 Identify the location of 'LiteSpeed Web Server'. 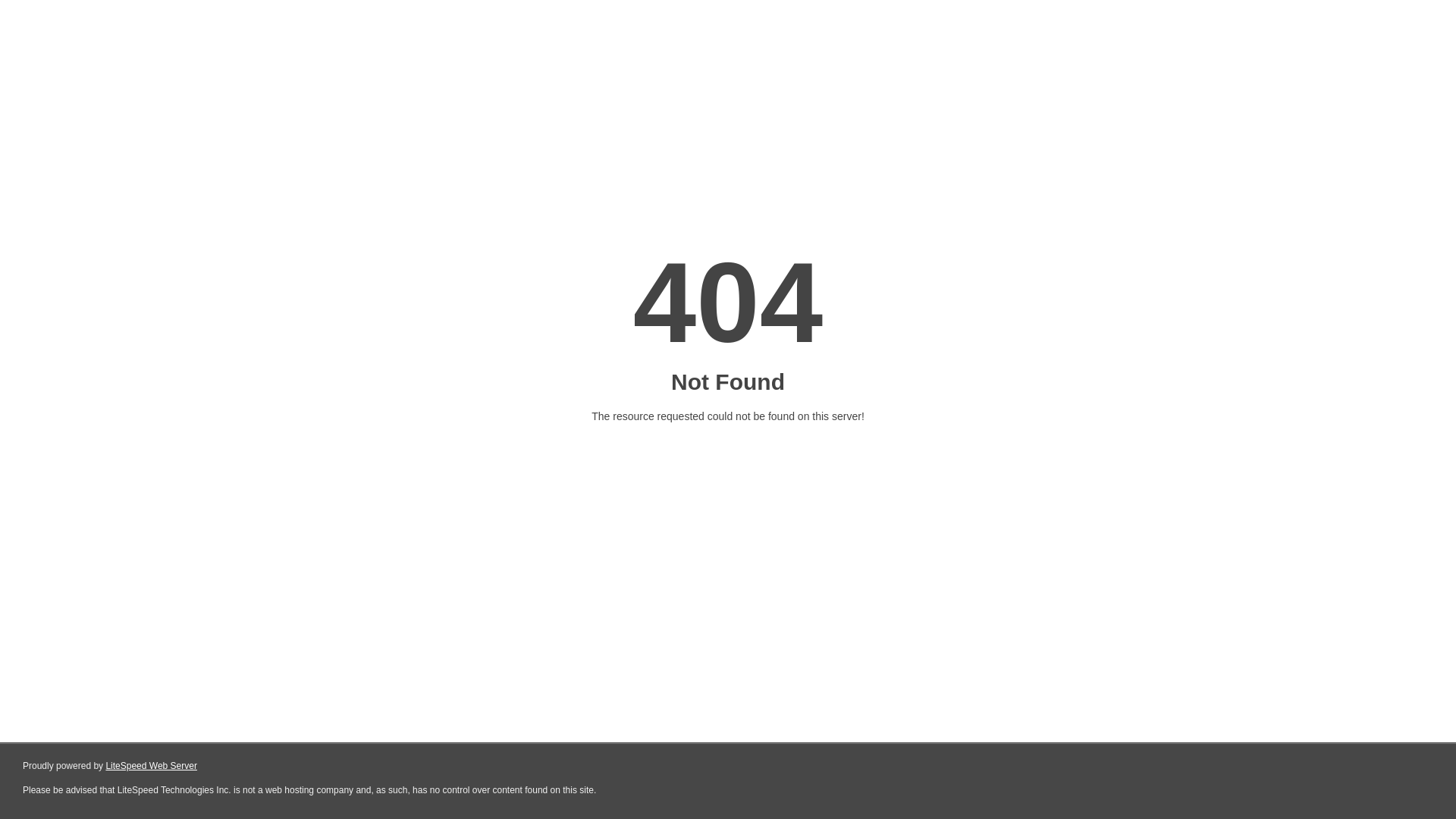
(151, 766).